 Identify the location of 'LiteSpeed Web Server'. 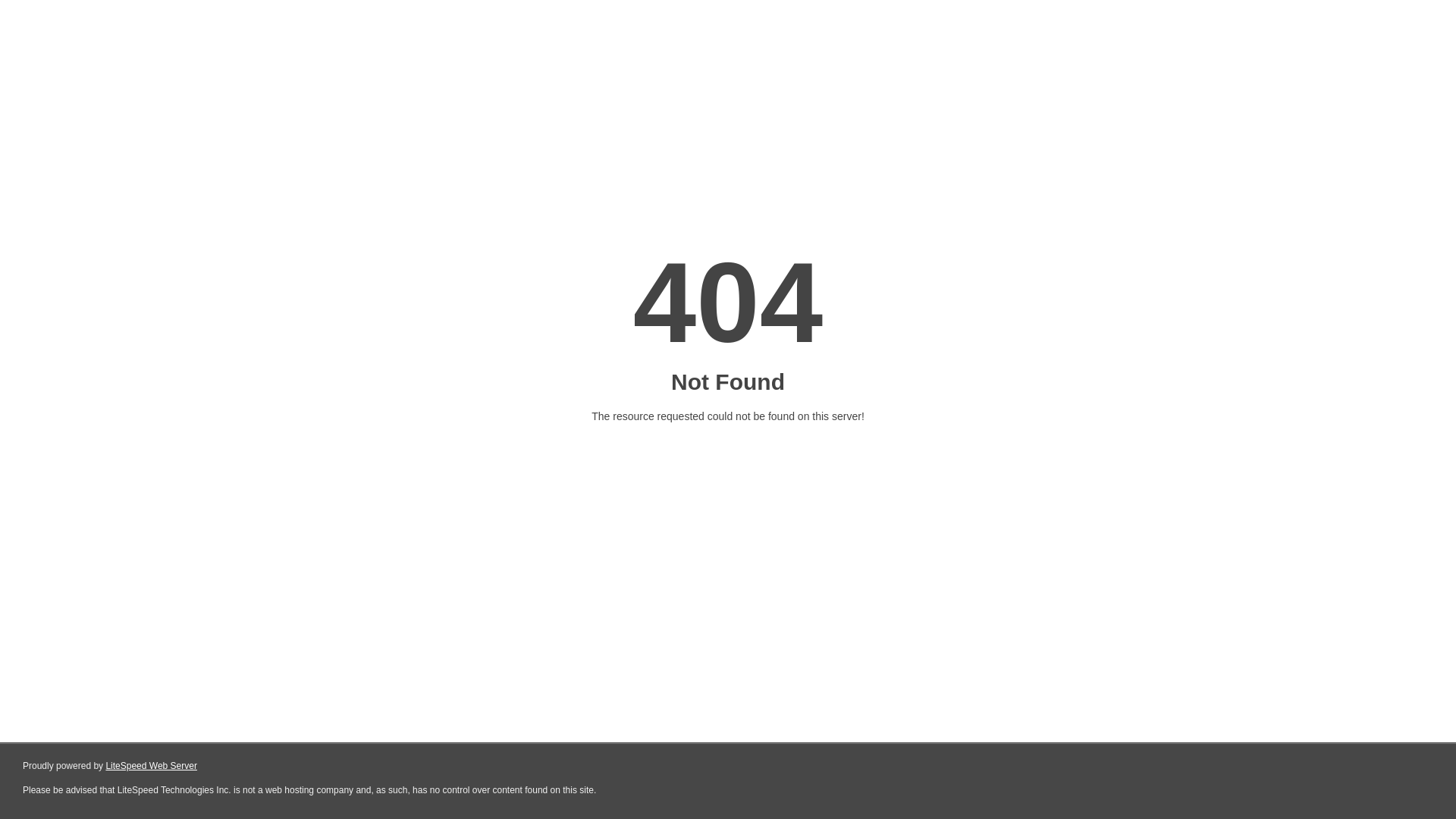
(151, 766).